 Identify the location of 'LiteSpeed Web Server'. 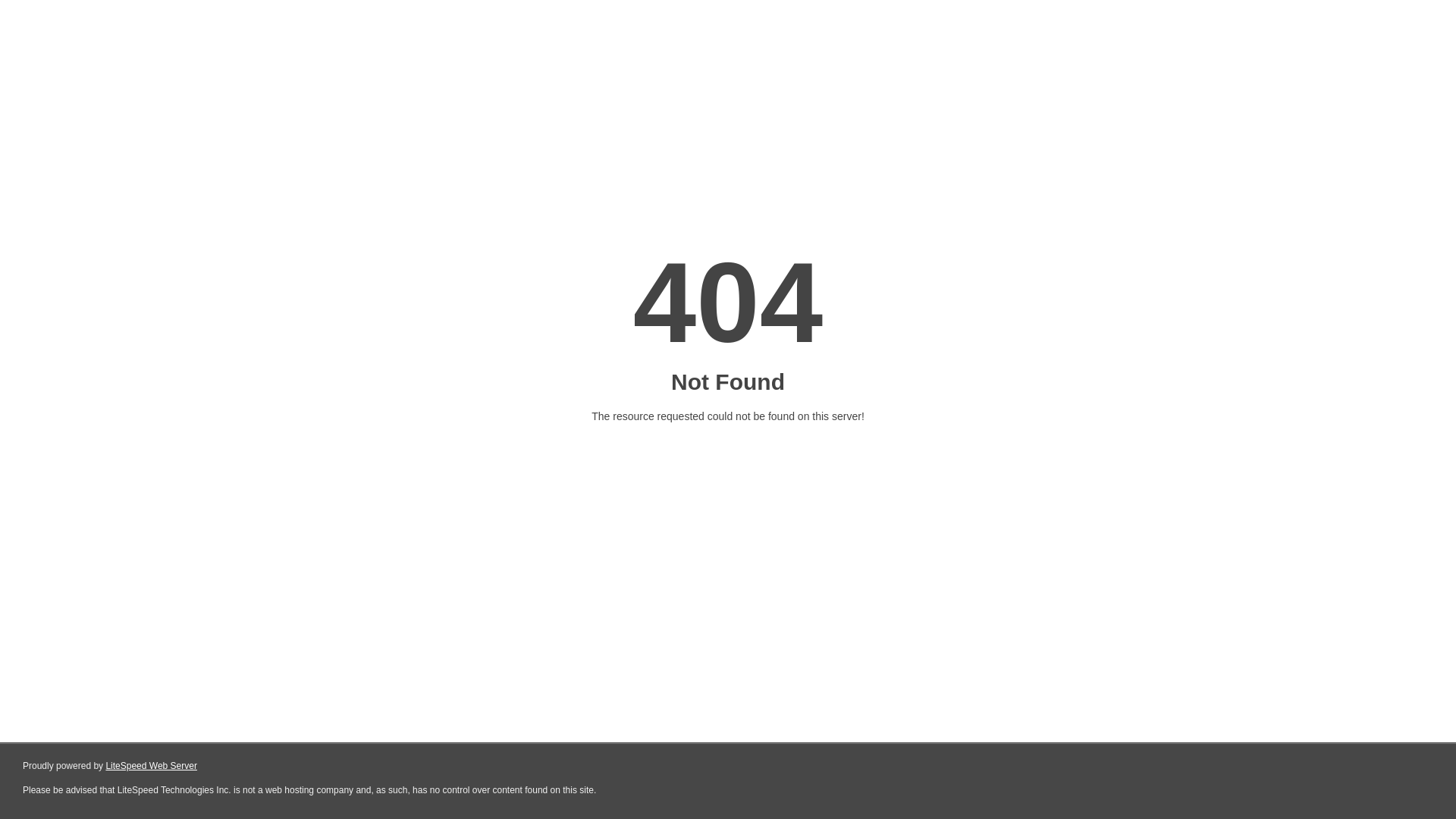
(151, 766).